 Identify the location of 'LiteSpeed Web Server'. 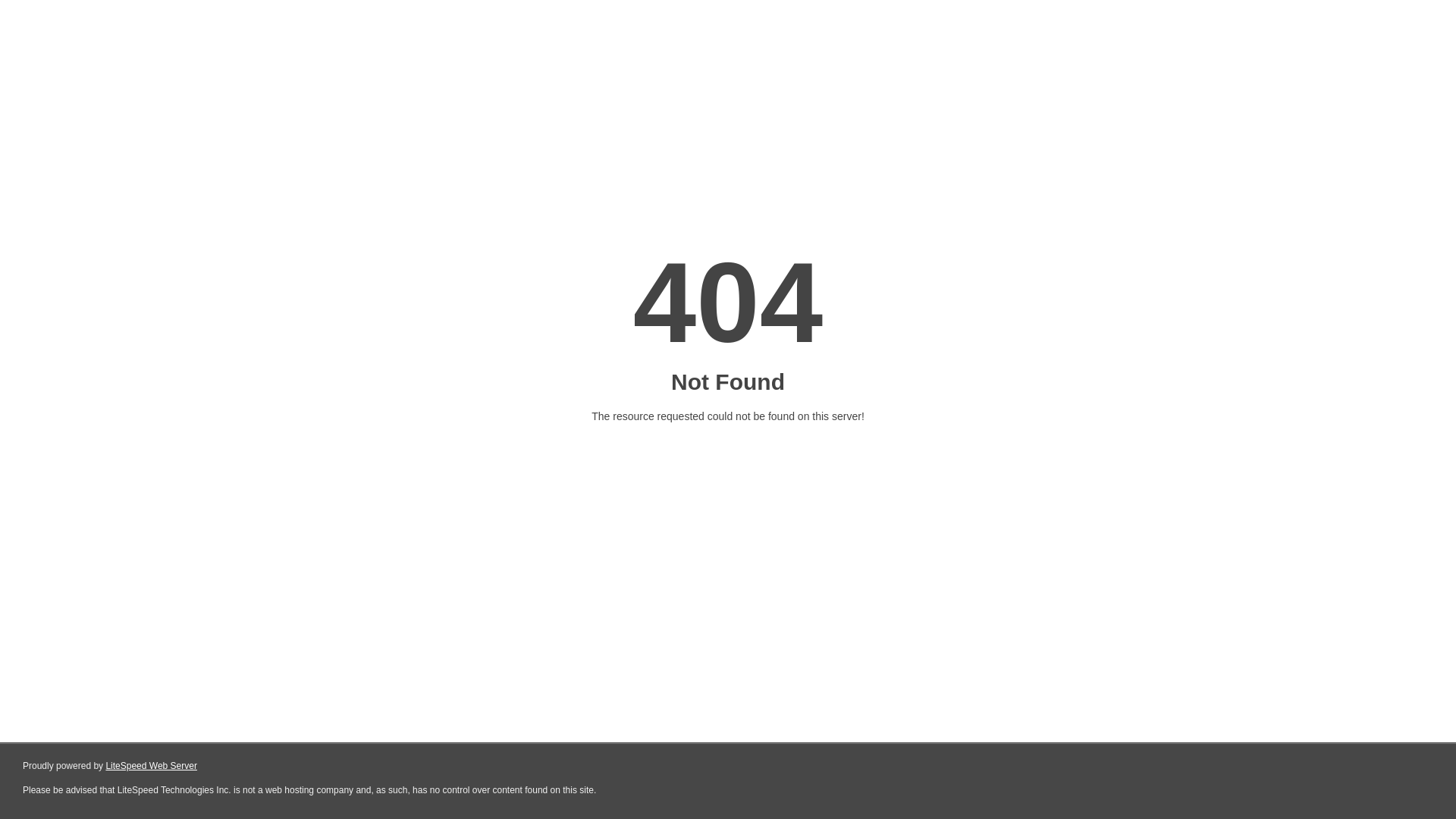
(151, 766).